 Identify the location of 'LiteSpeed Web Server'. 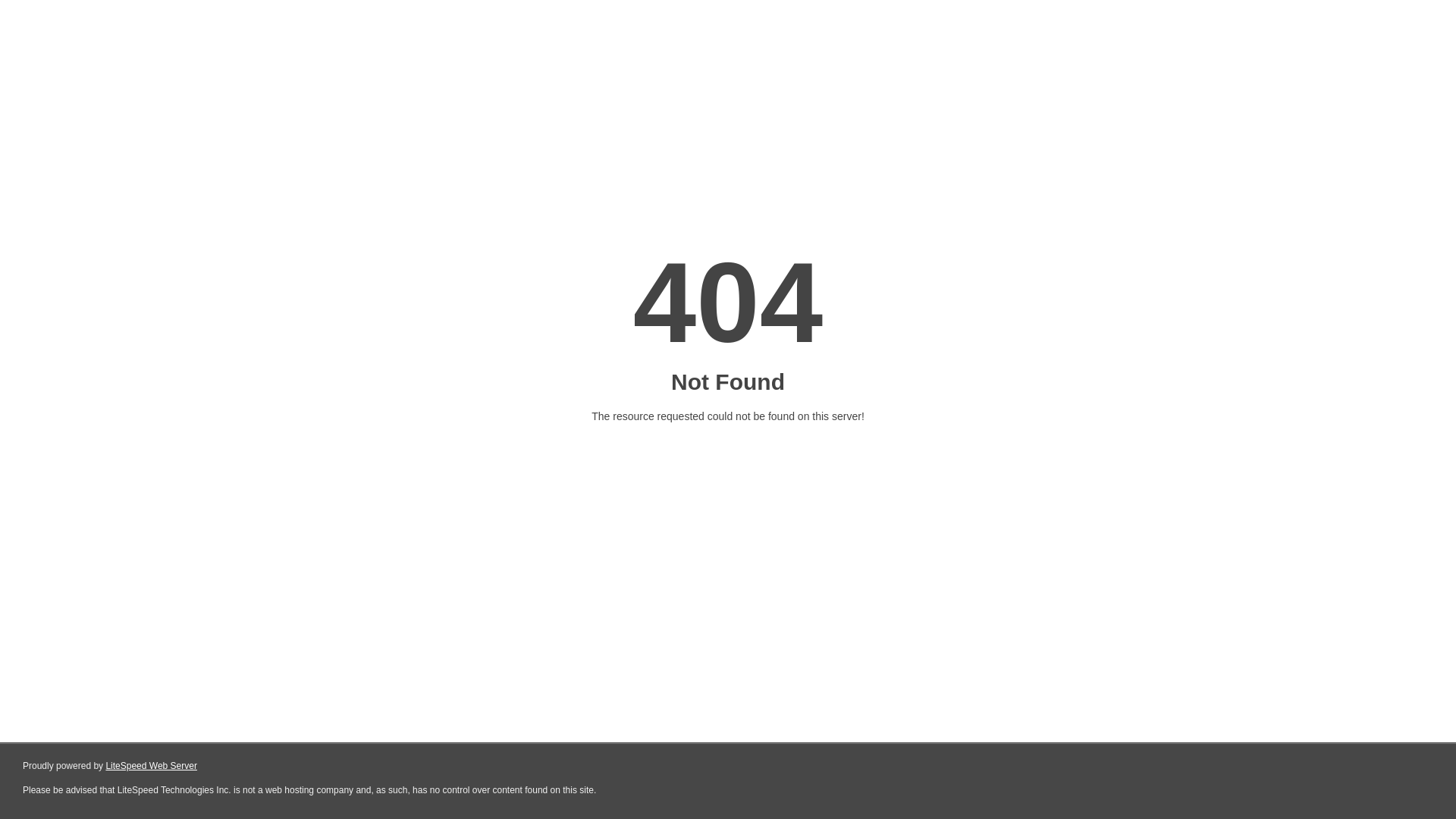
(151, 766).